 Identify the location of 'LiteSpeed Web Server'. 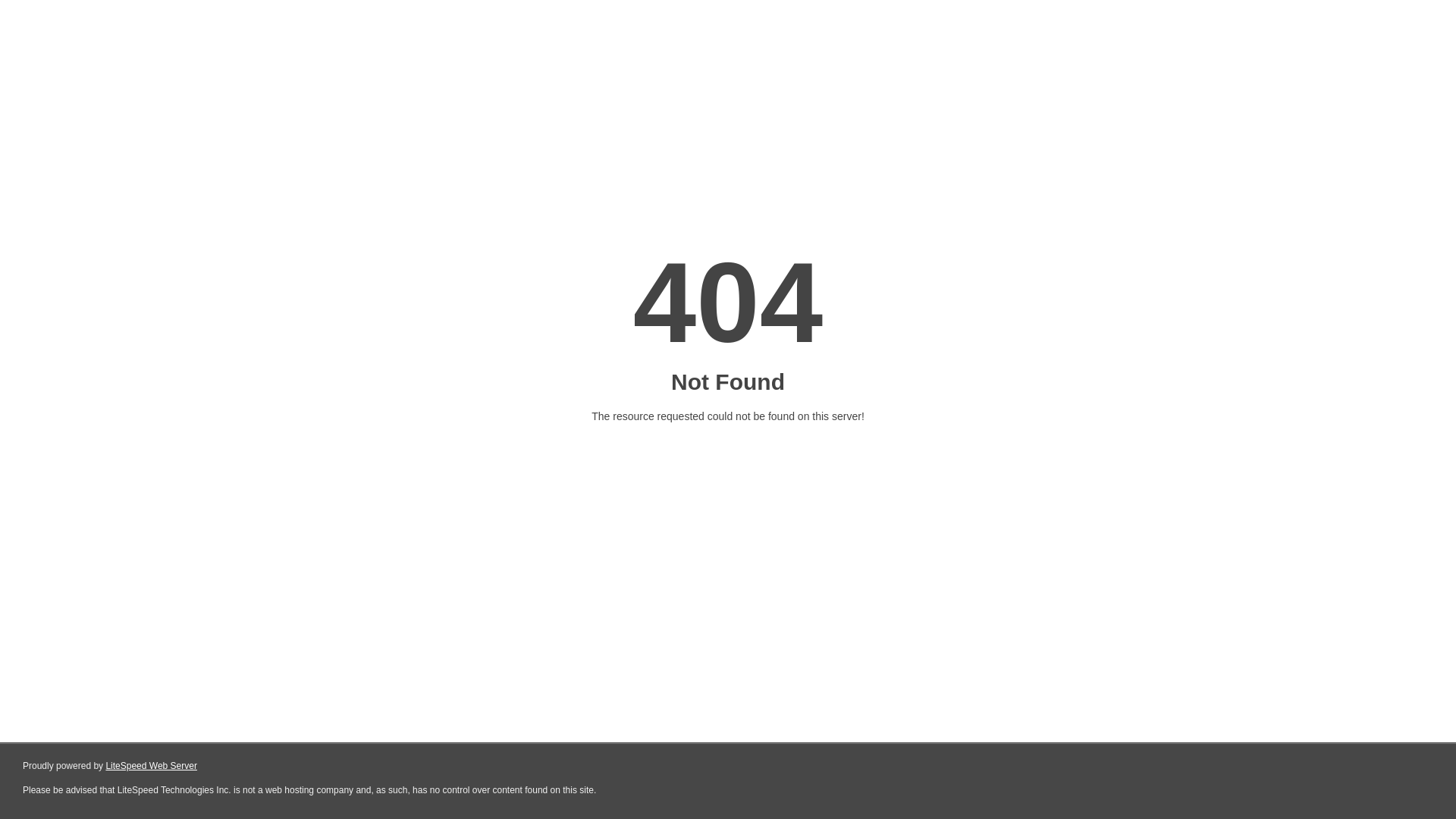
(151, 766).